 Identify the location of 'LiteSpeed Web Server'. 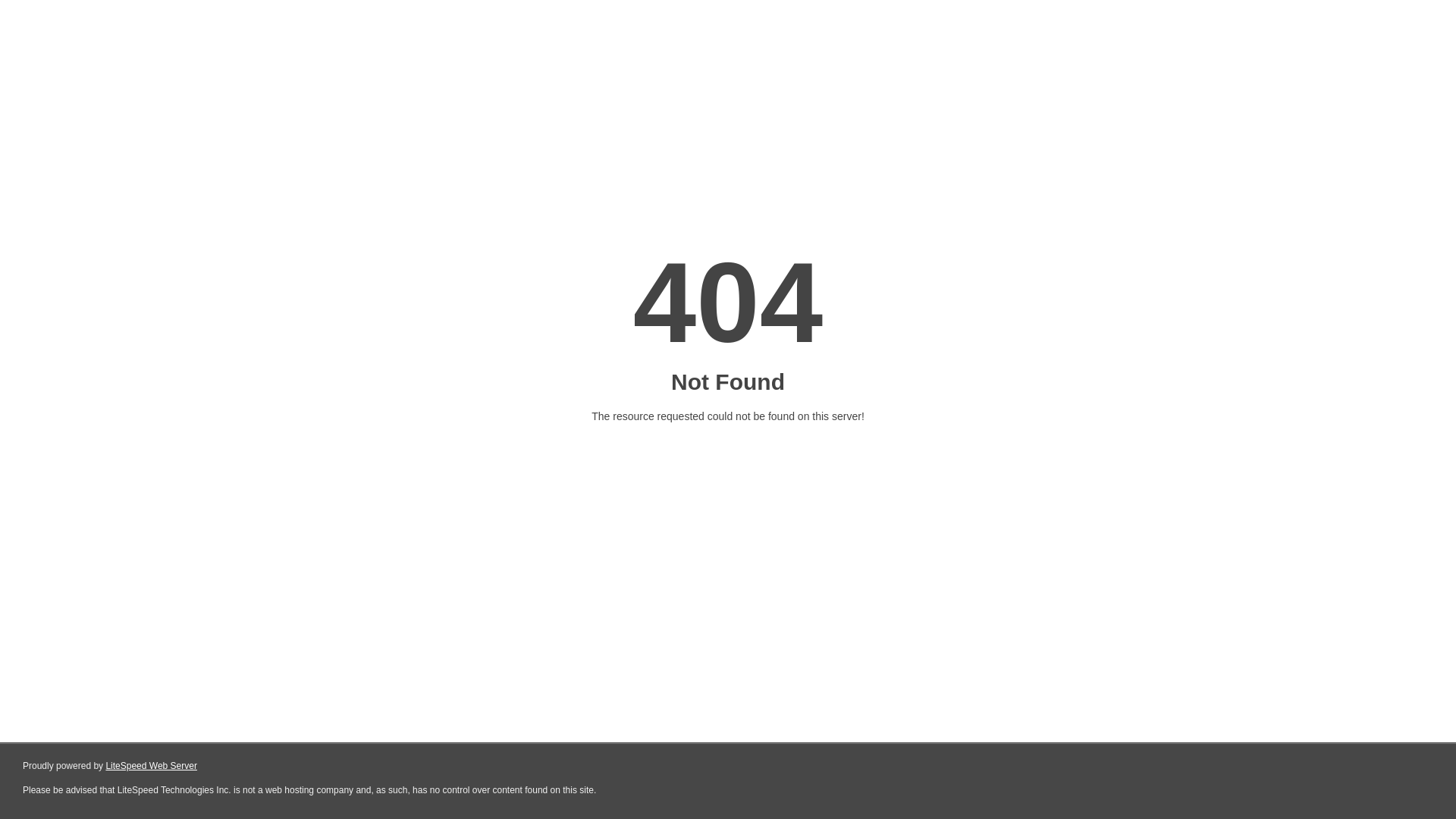
(151, 766).